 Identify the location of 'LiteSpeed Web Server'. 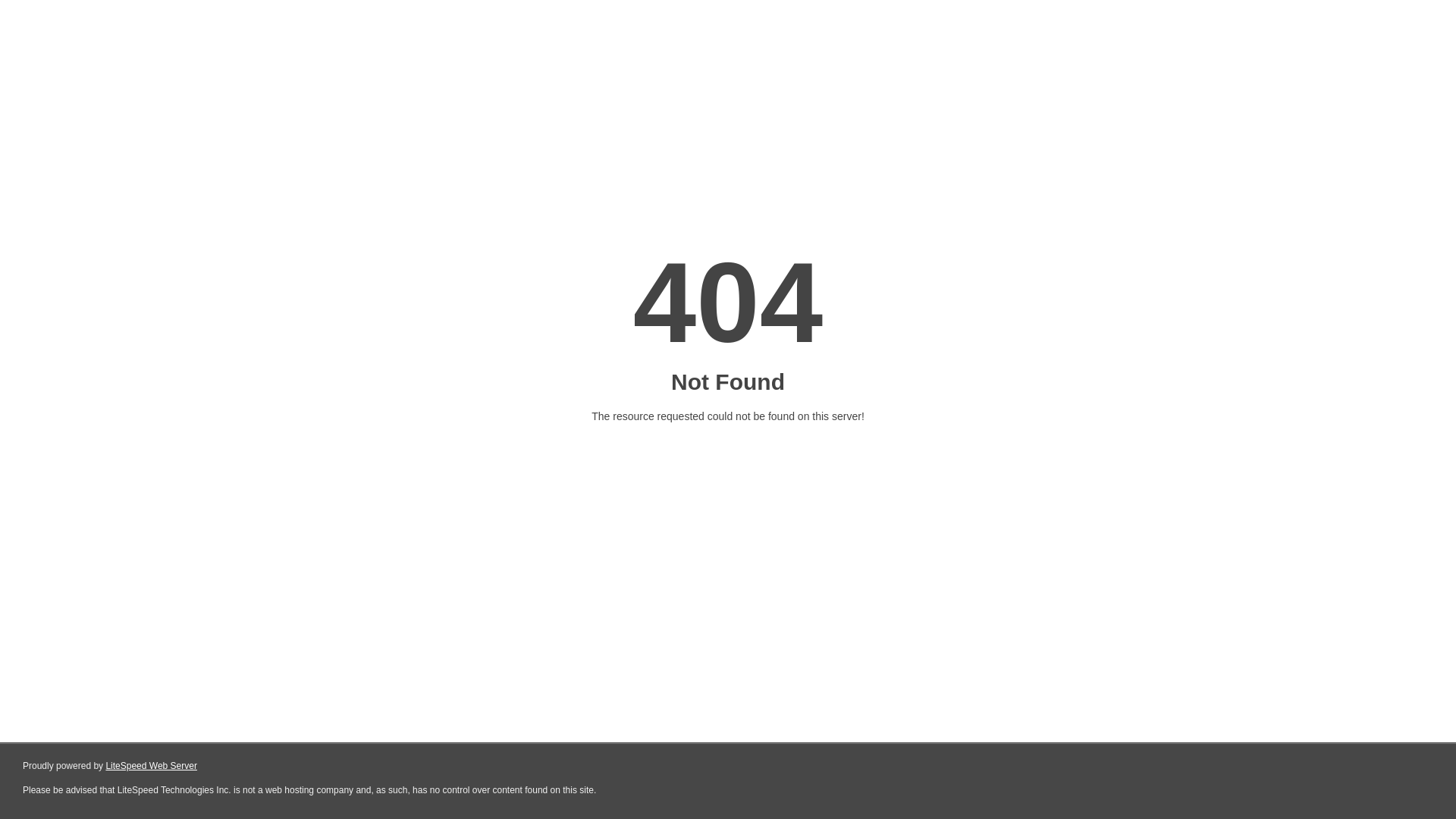
(151, 766).